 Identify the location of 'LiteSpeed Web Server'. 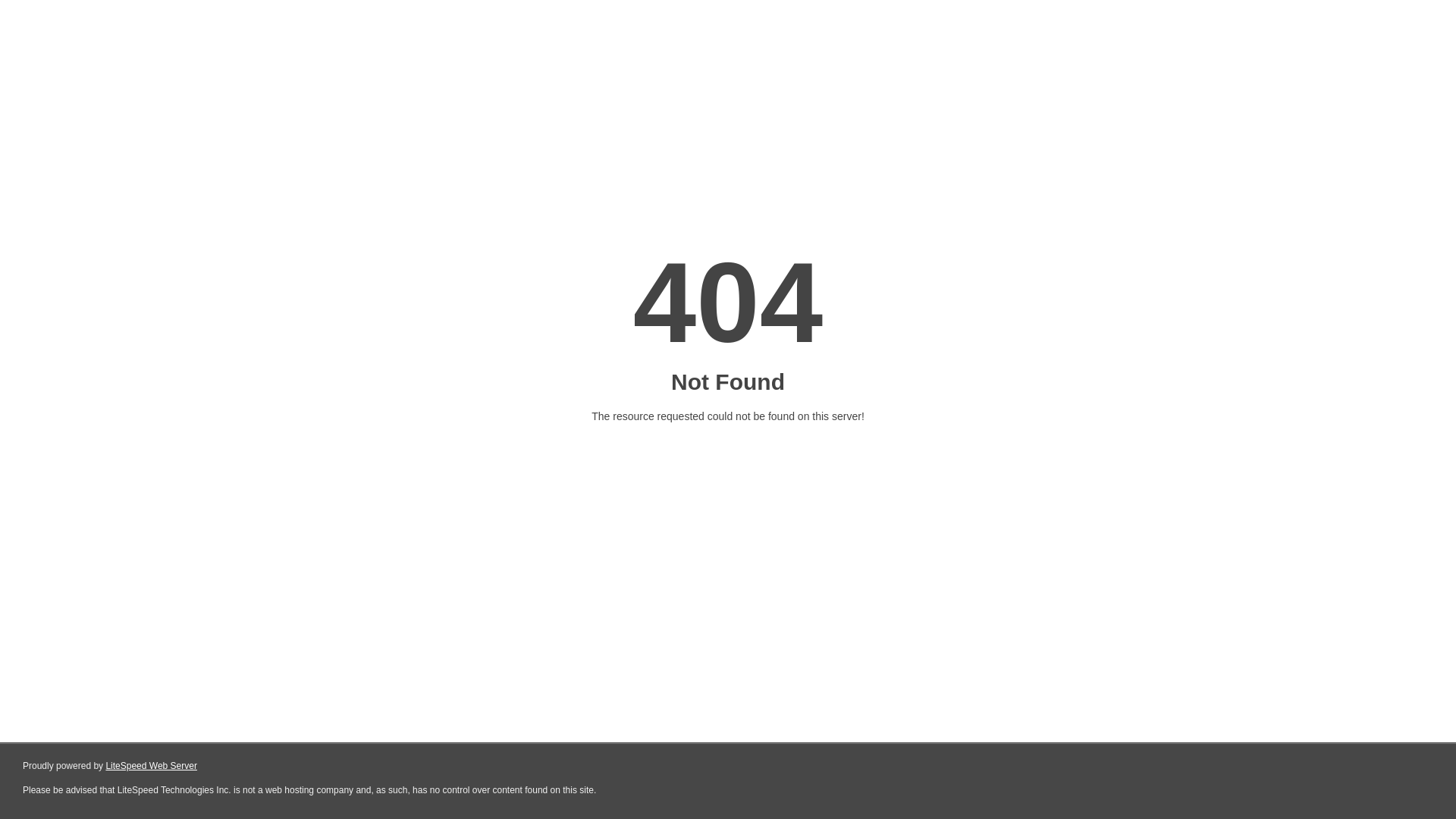
(151, 766).